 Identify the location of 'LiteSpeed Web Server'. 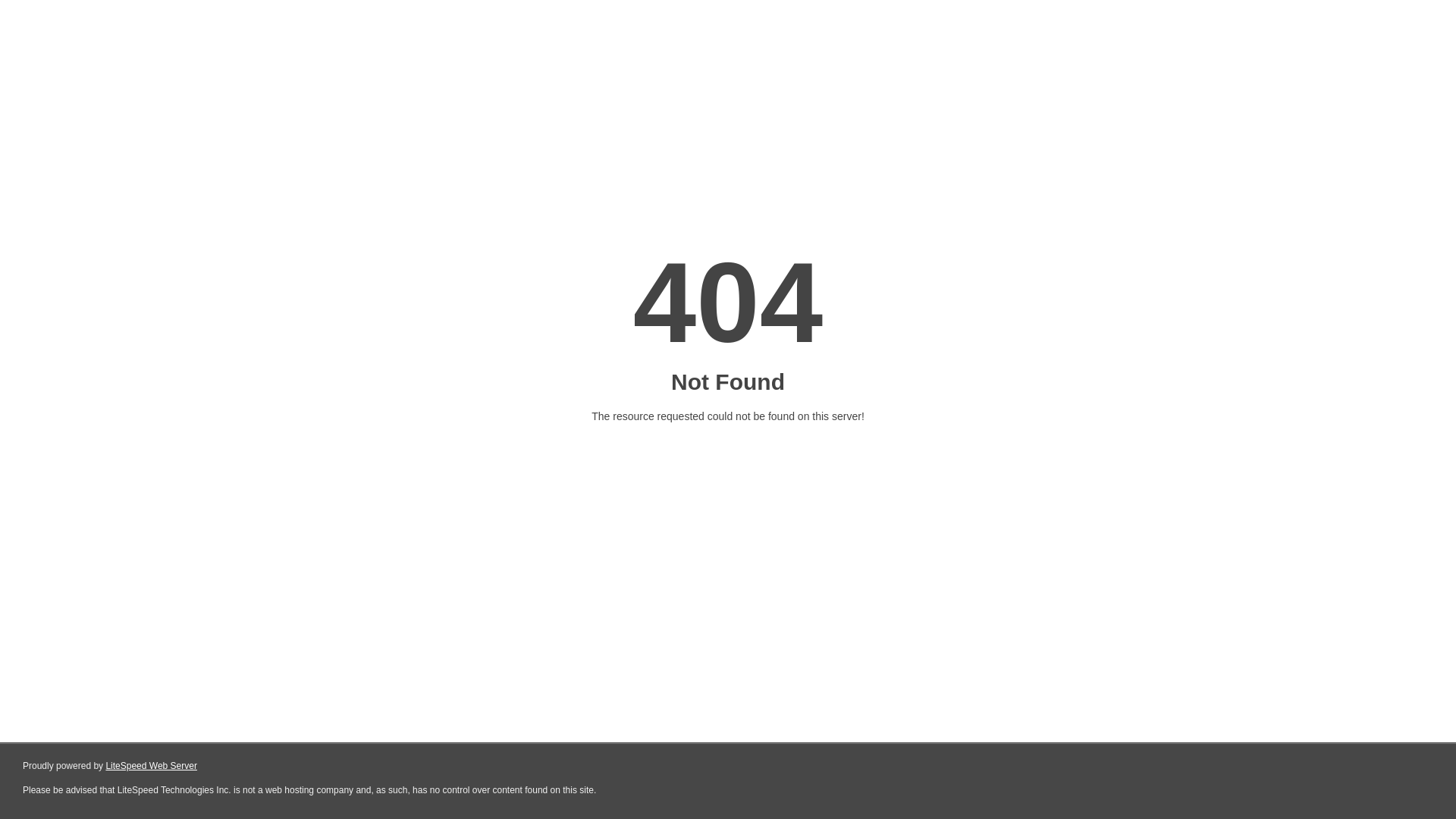
(151, 766).